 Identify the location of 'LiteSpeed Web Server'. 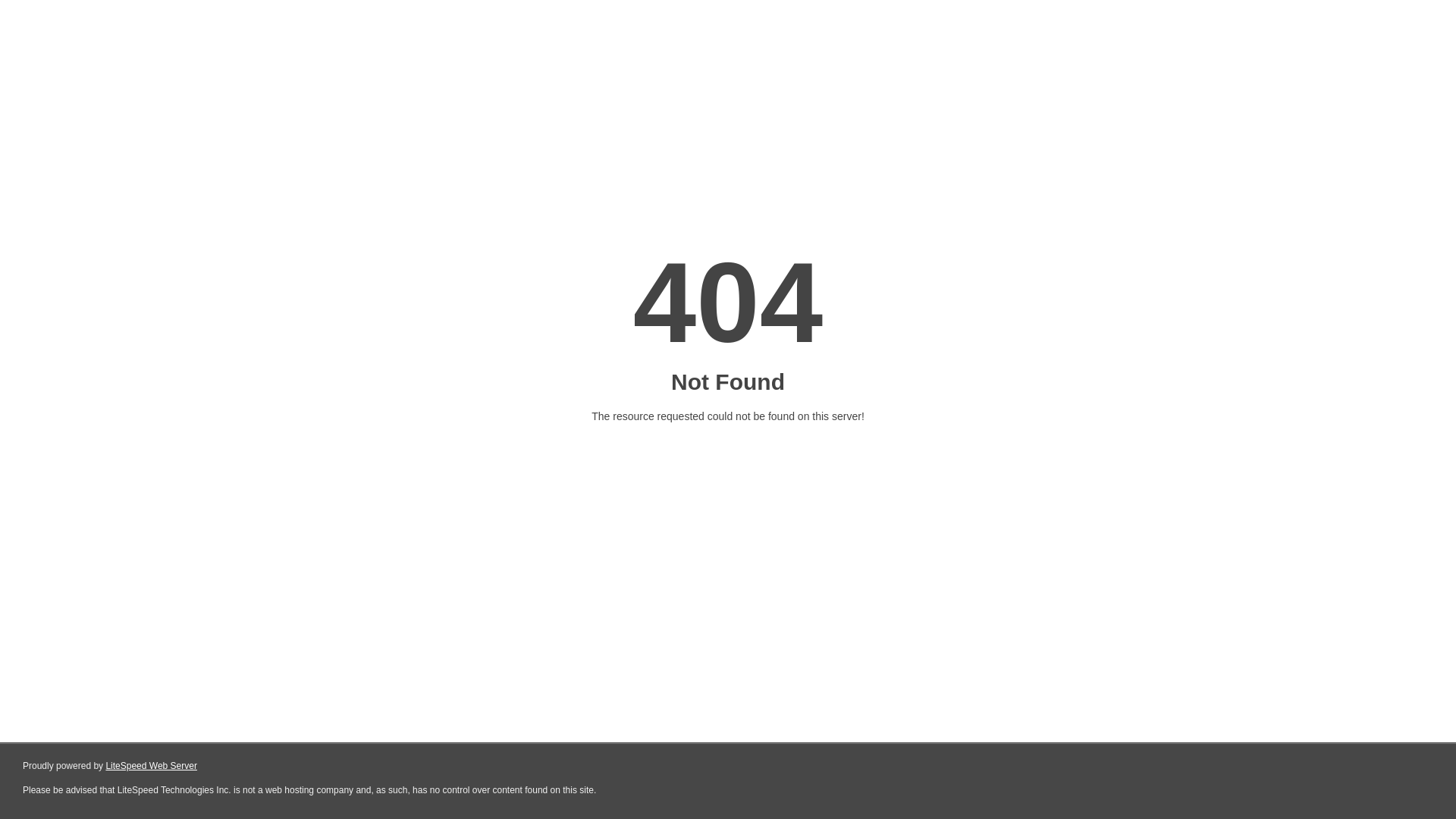
(151, 766).